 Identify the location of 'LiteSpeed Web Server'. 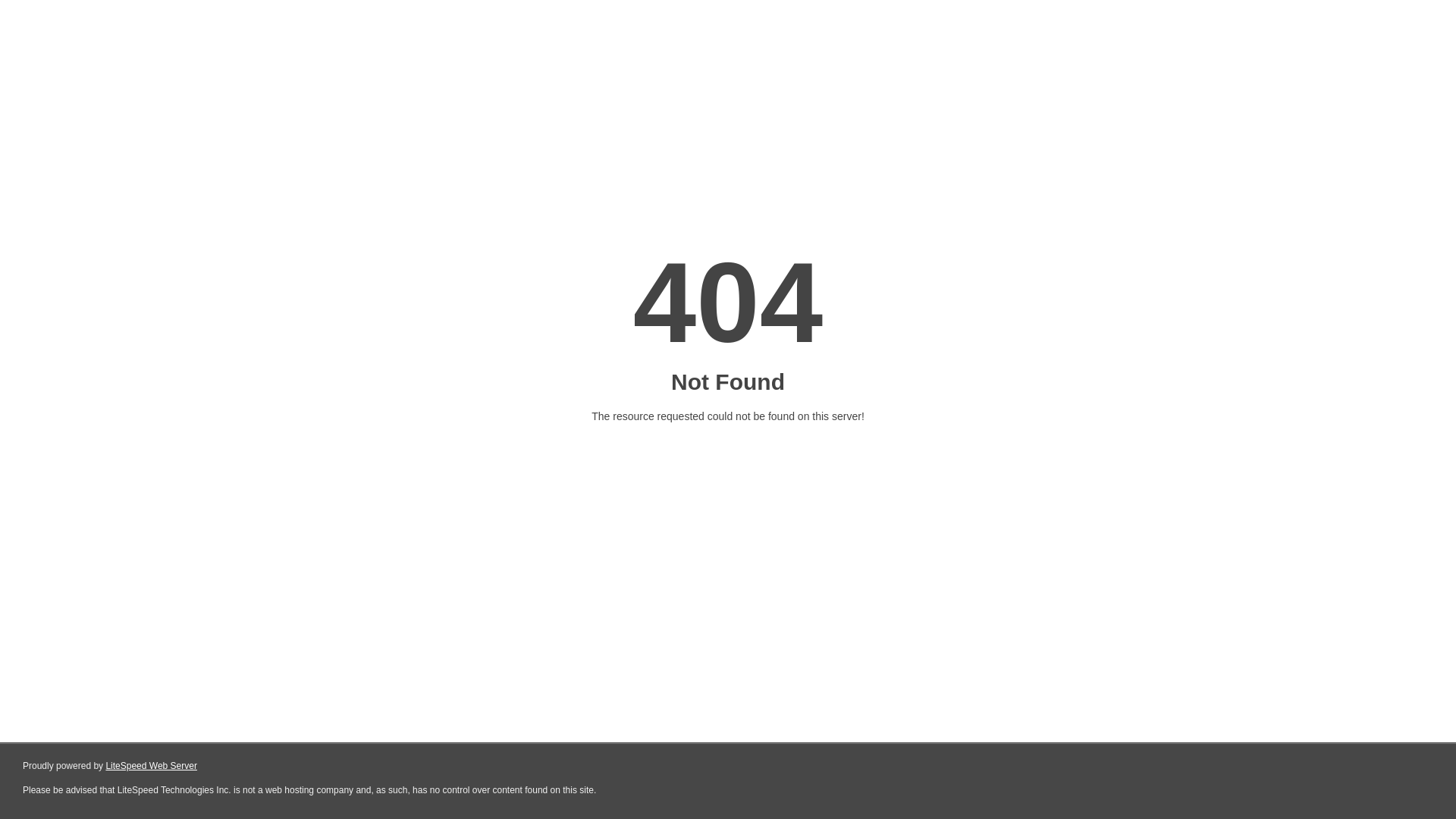
(151, 766).